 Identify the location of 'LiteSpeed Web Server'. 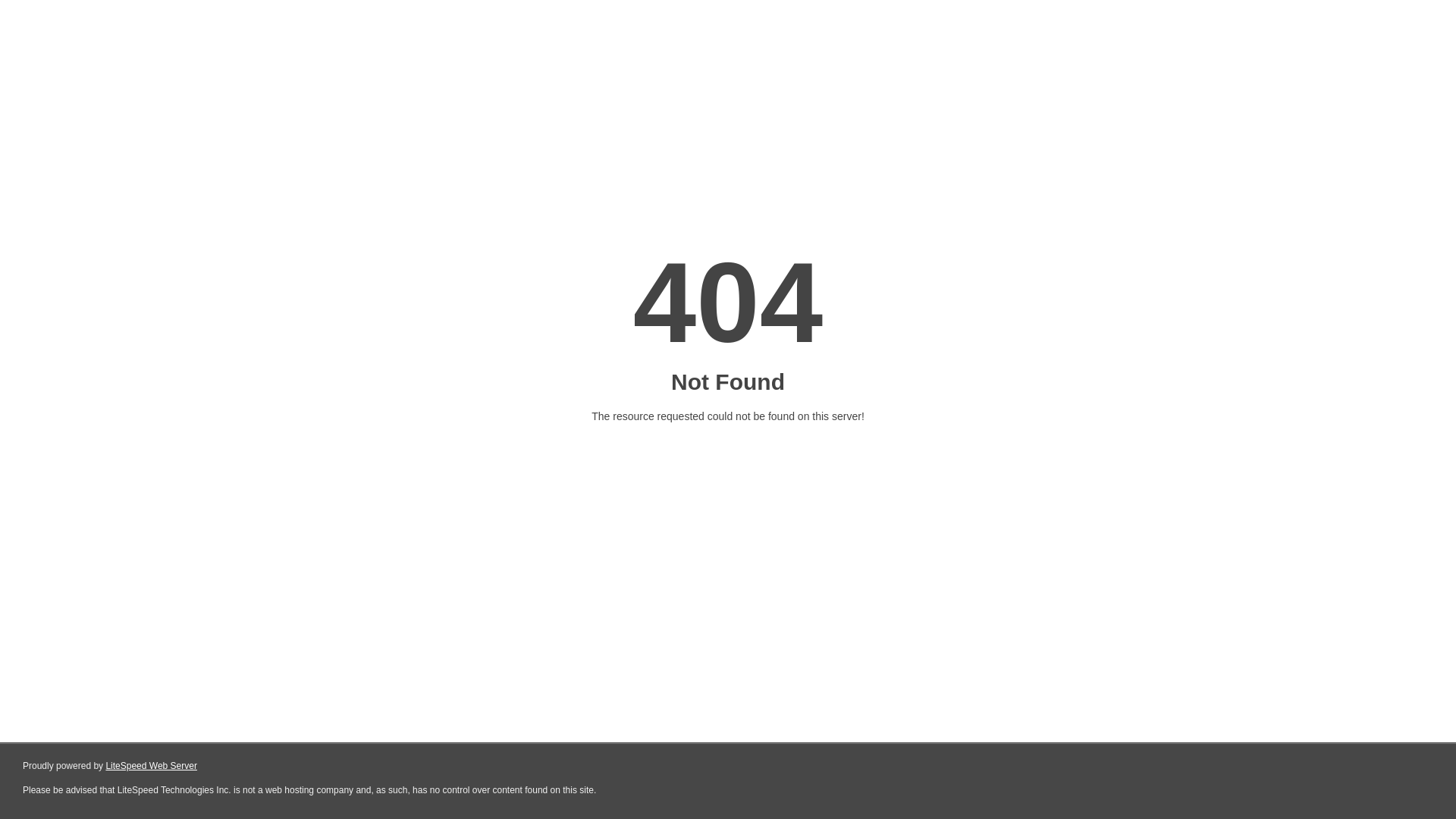
(151, 766).